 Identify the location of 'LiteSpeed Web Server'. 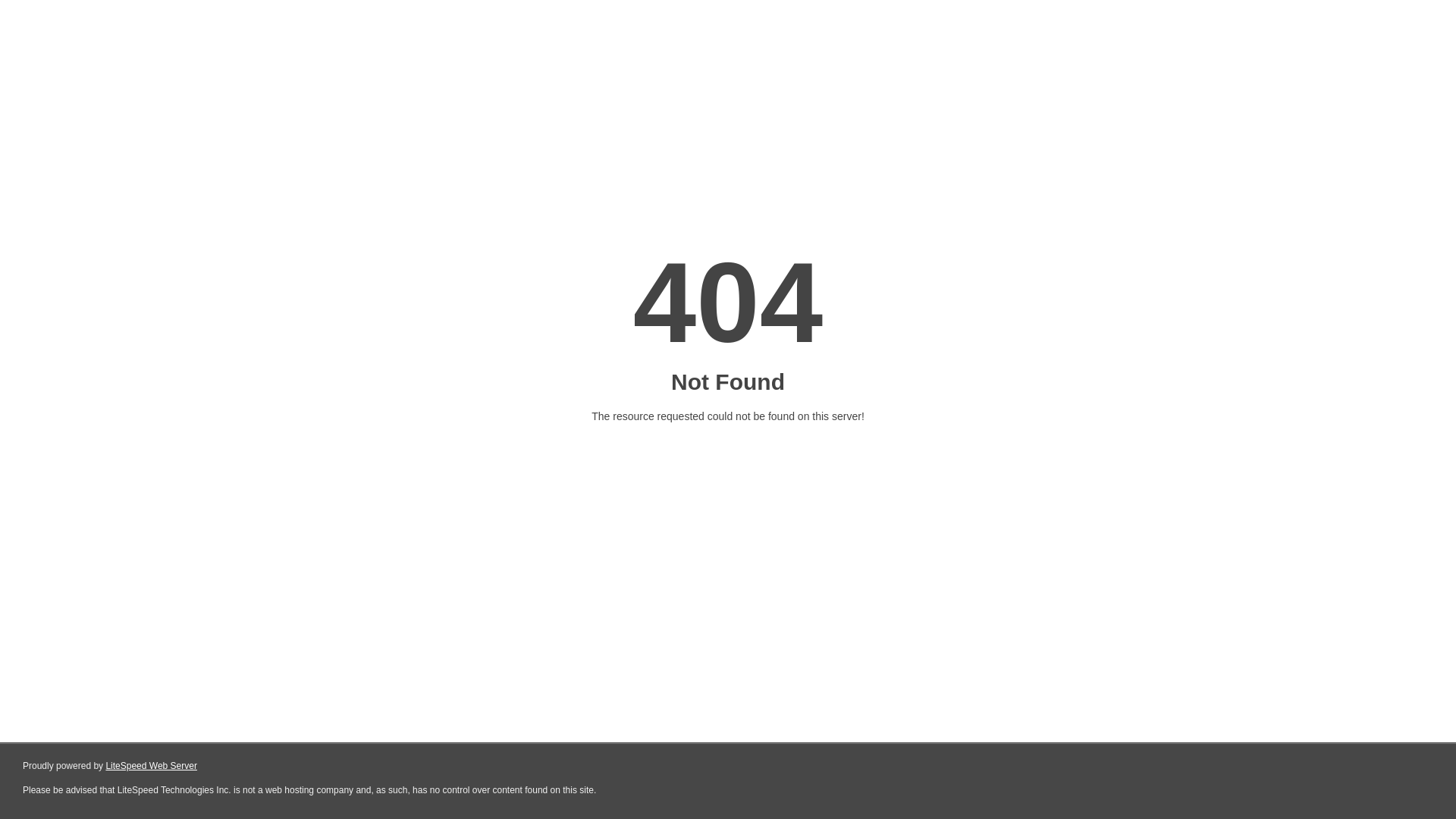
(151, 766).